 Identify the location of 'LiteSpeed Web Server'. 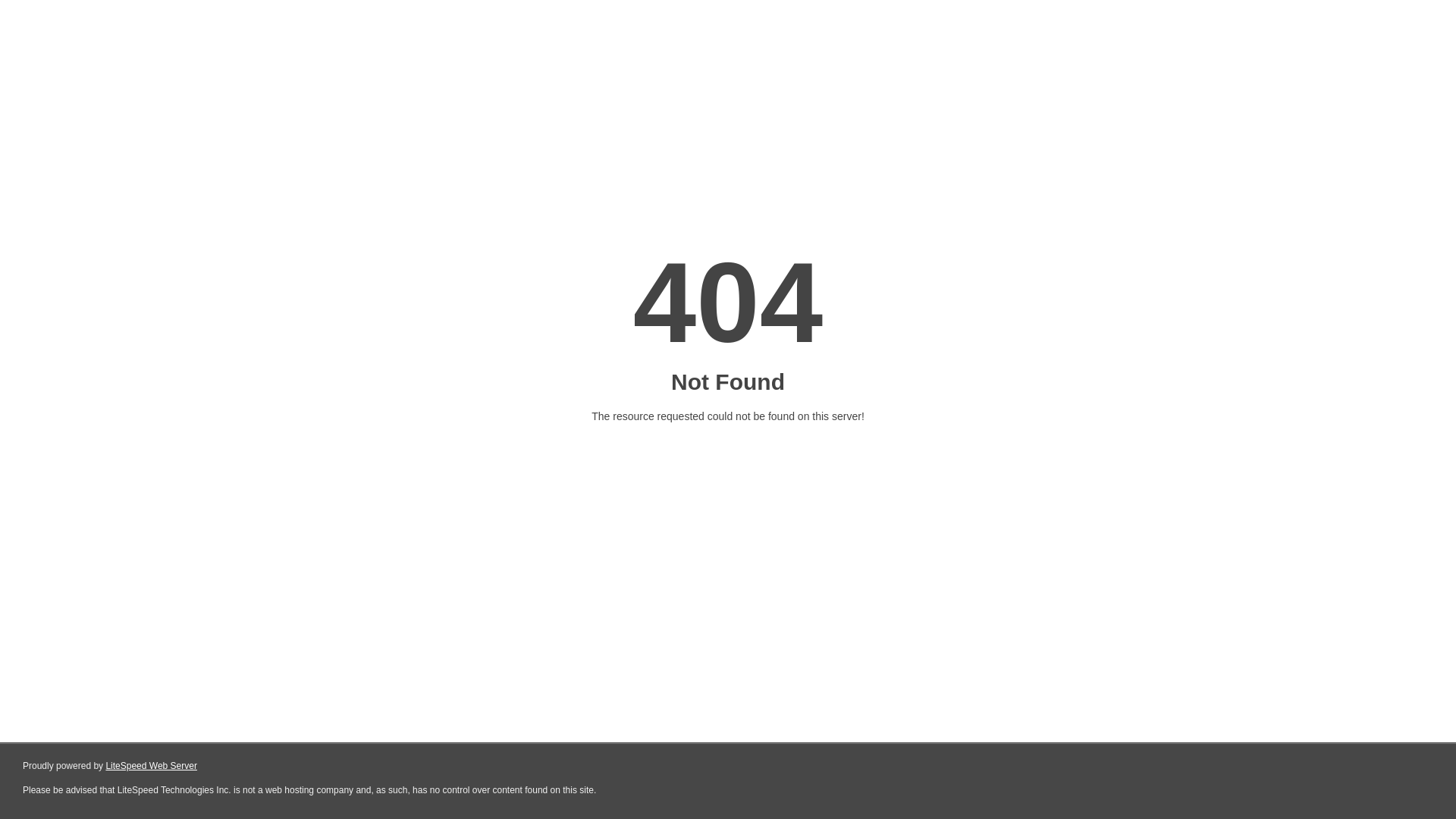
(151, 766).